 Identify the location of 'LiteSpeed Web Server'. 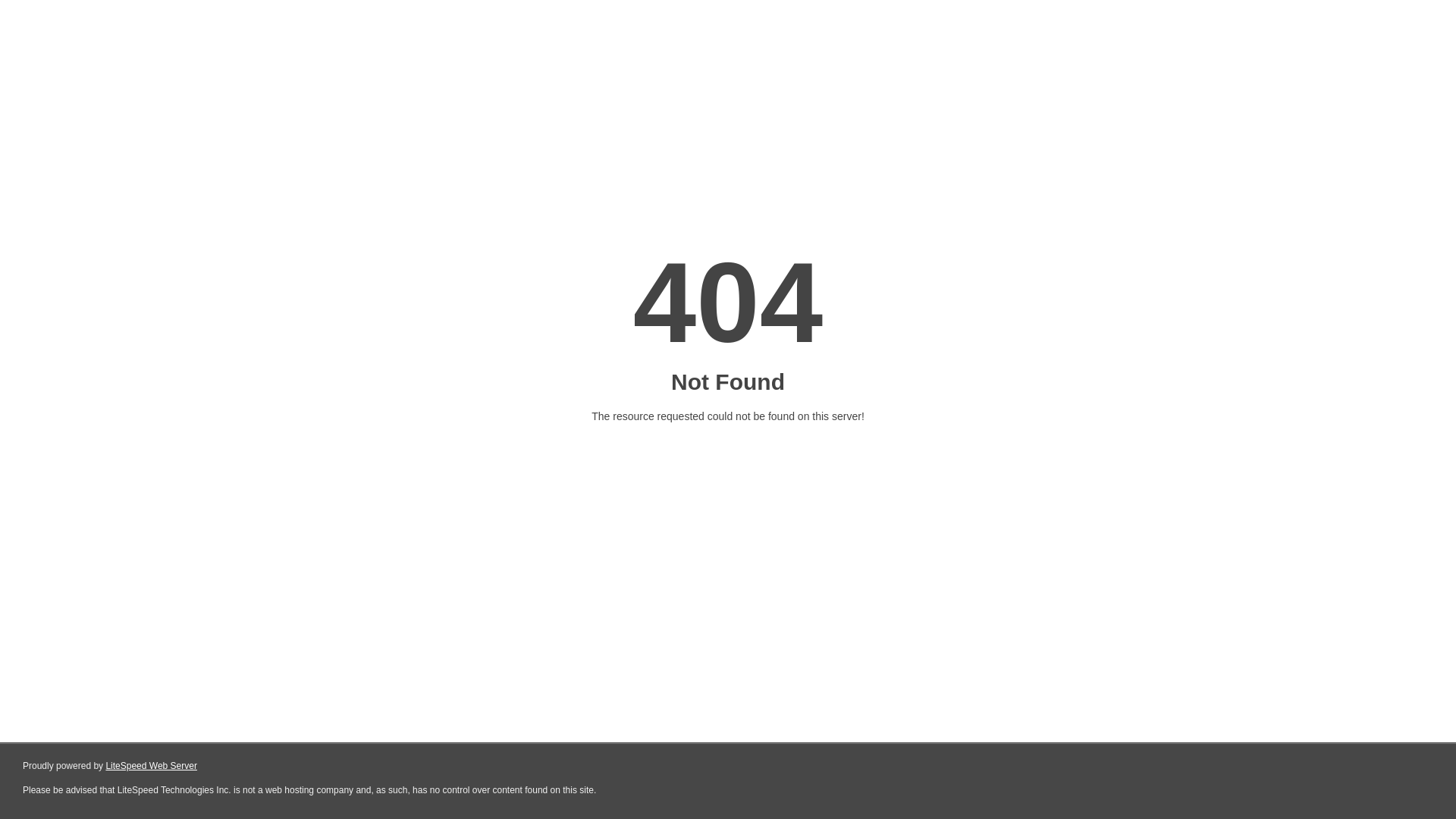
(151, 766).